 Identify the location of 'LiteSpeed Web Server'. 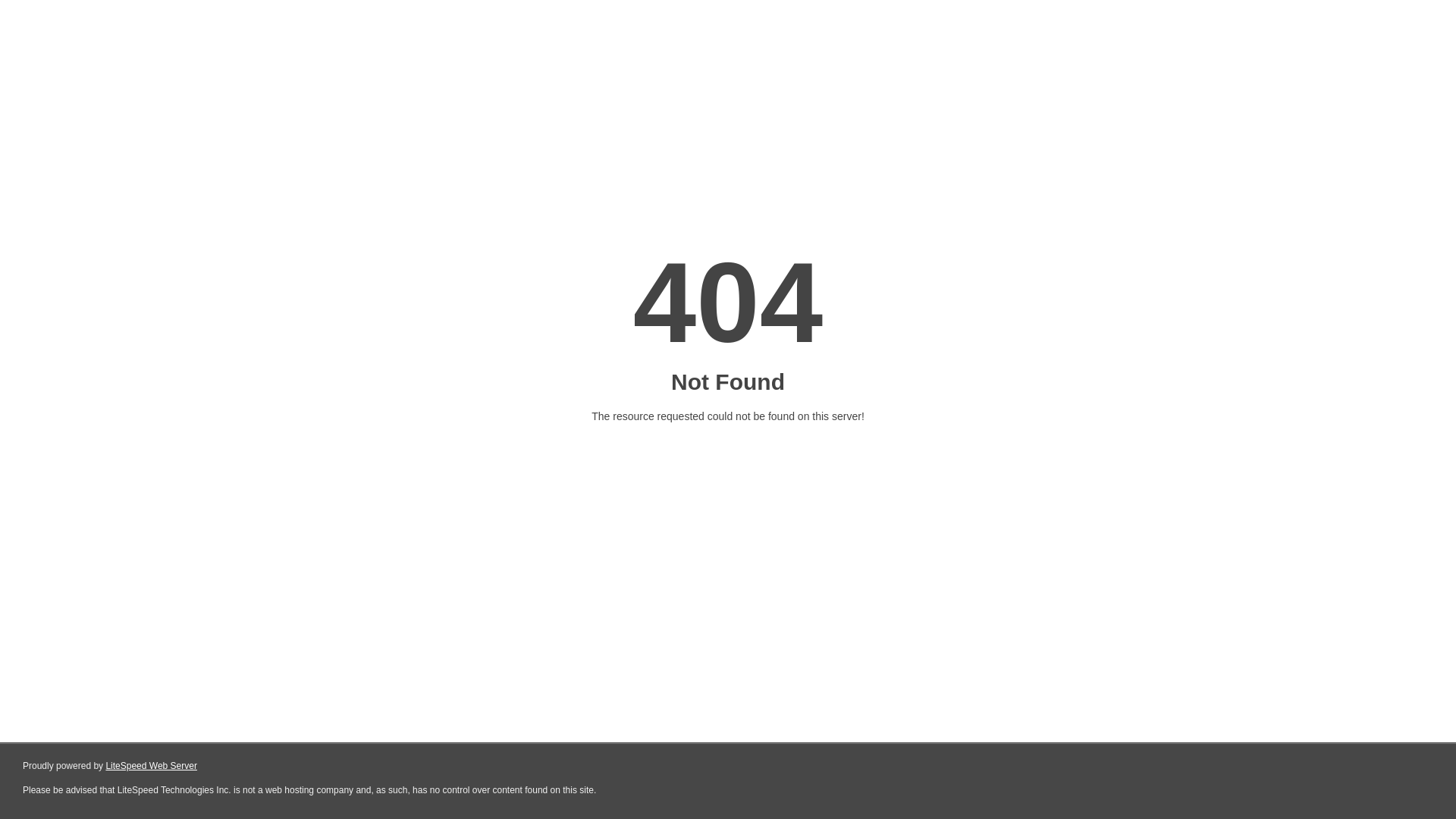
(151, 766).